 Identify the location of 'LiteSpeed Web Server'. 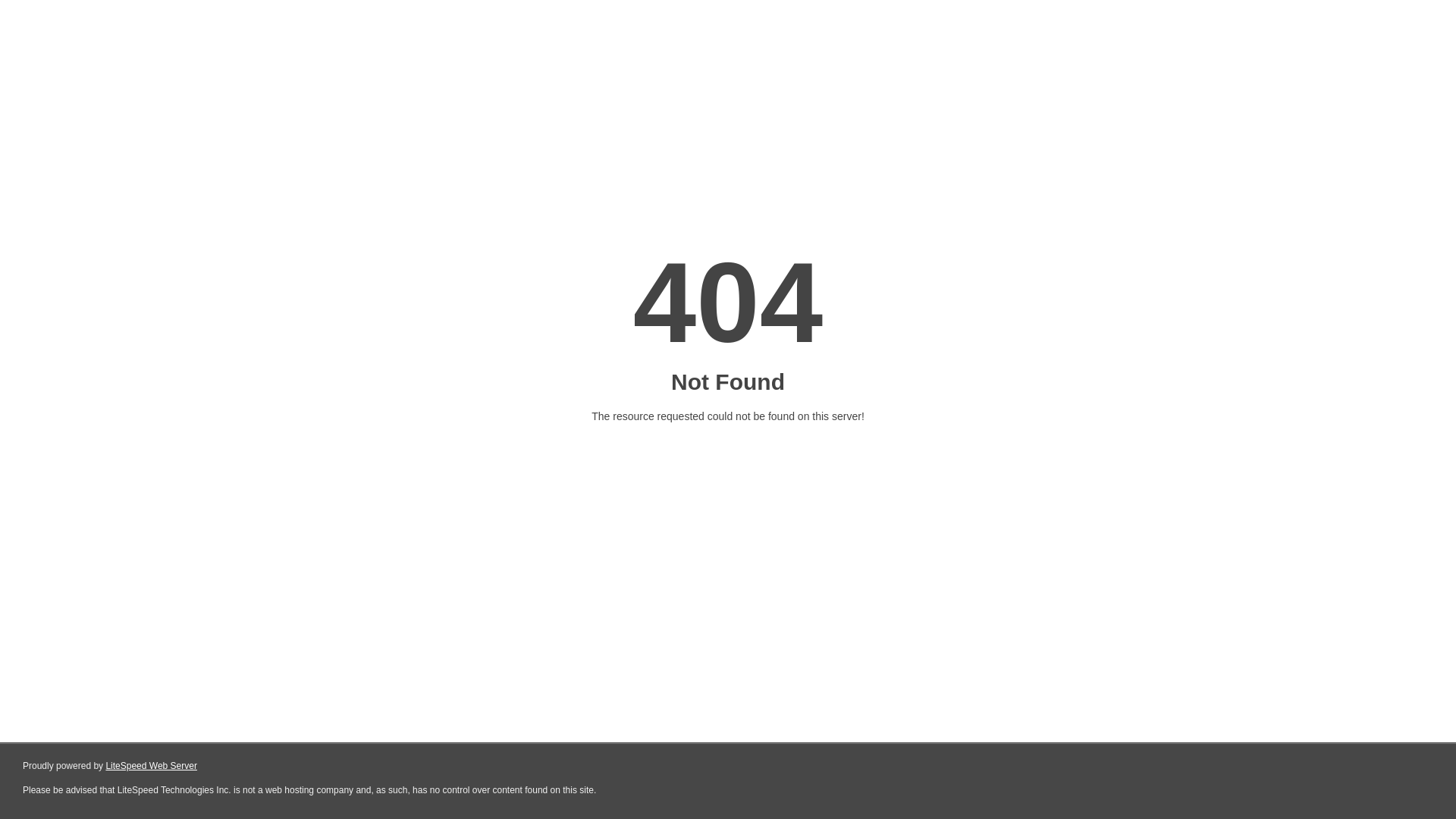
(151, 766).